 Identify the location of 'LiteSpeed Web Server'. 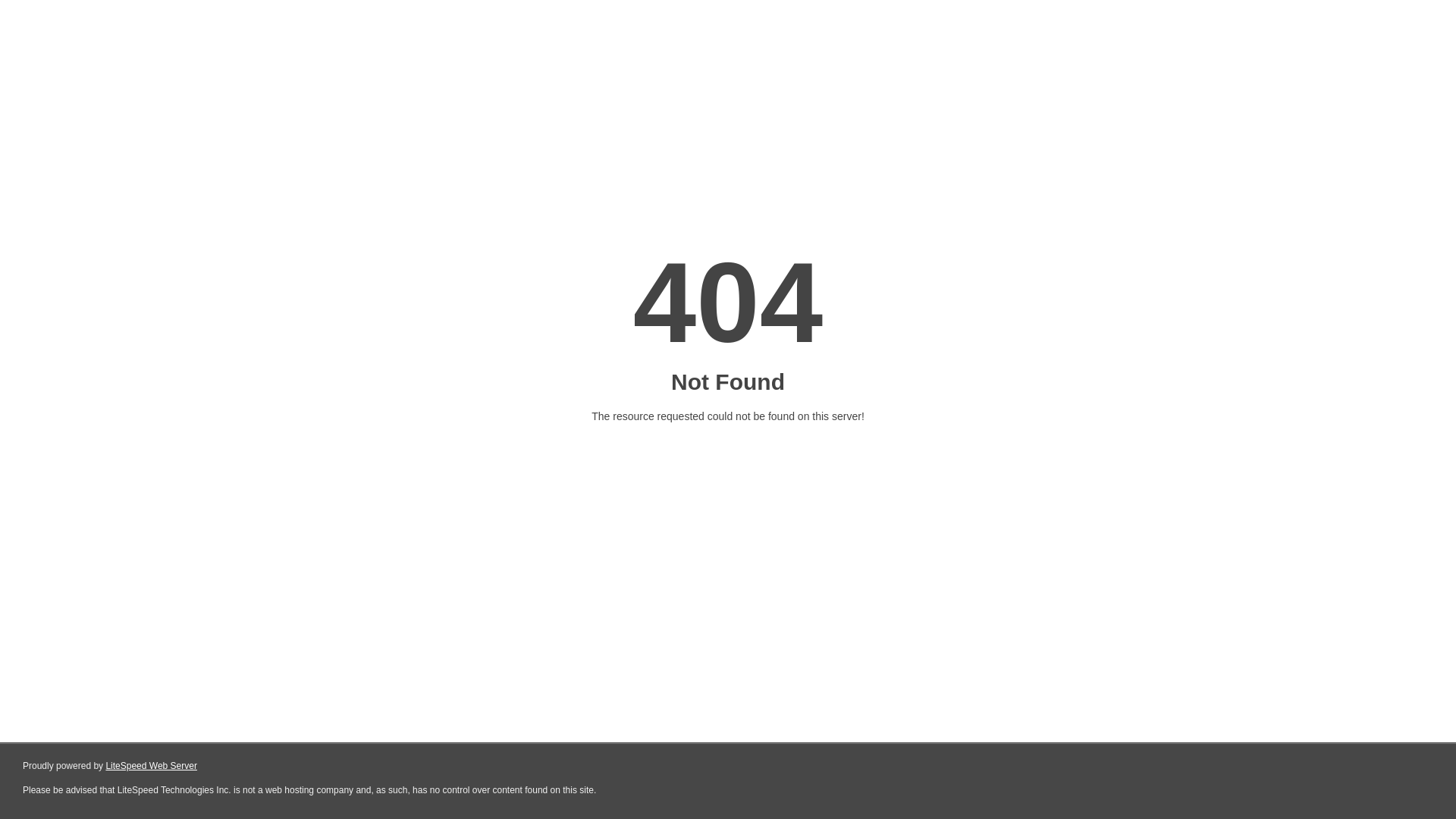
(151, 766).